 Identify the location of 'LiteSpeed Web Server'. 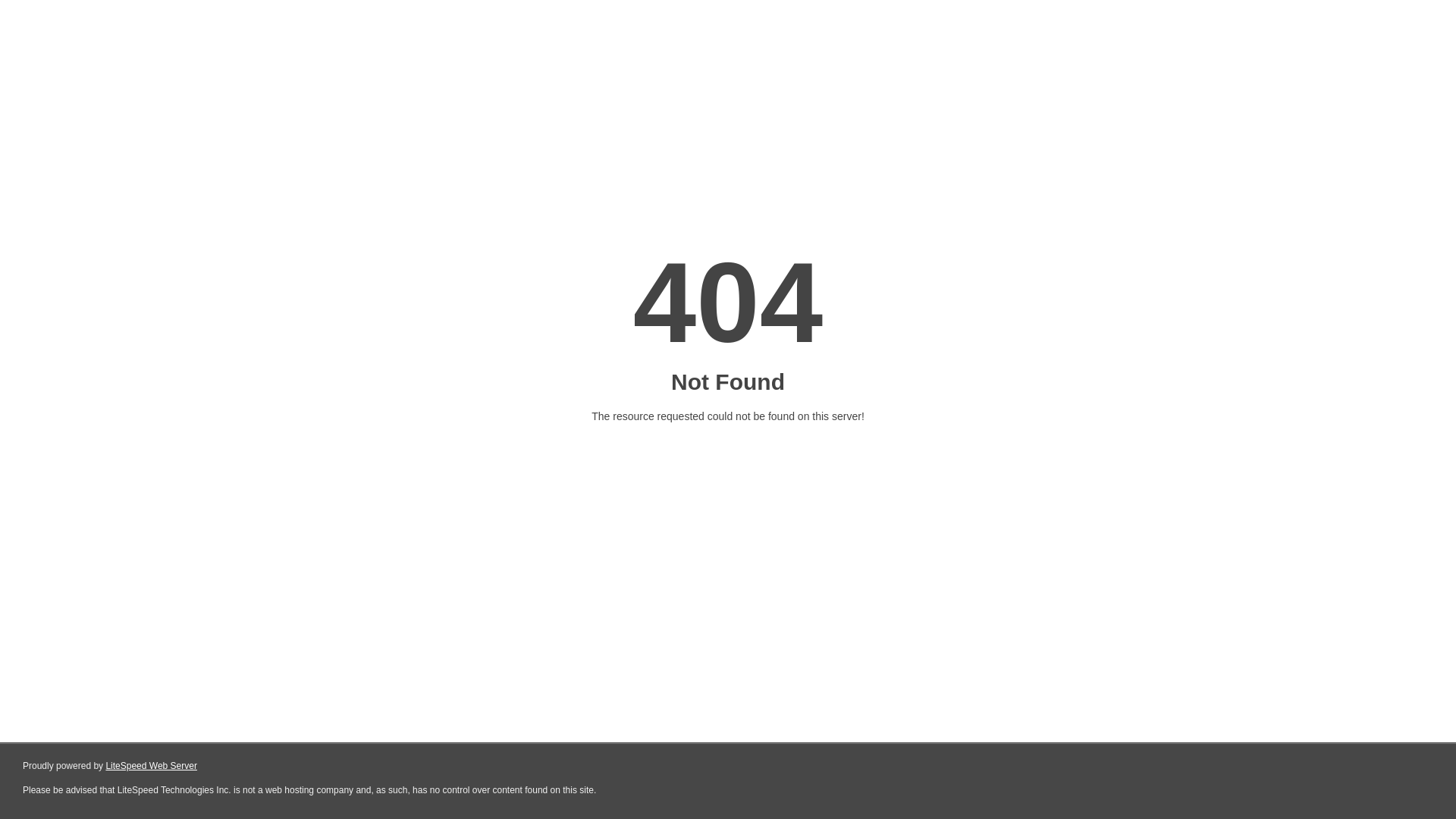
(151, 766).